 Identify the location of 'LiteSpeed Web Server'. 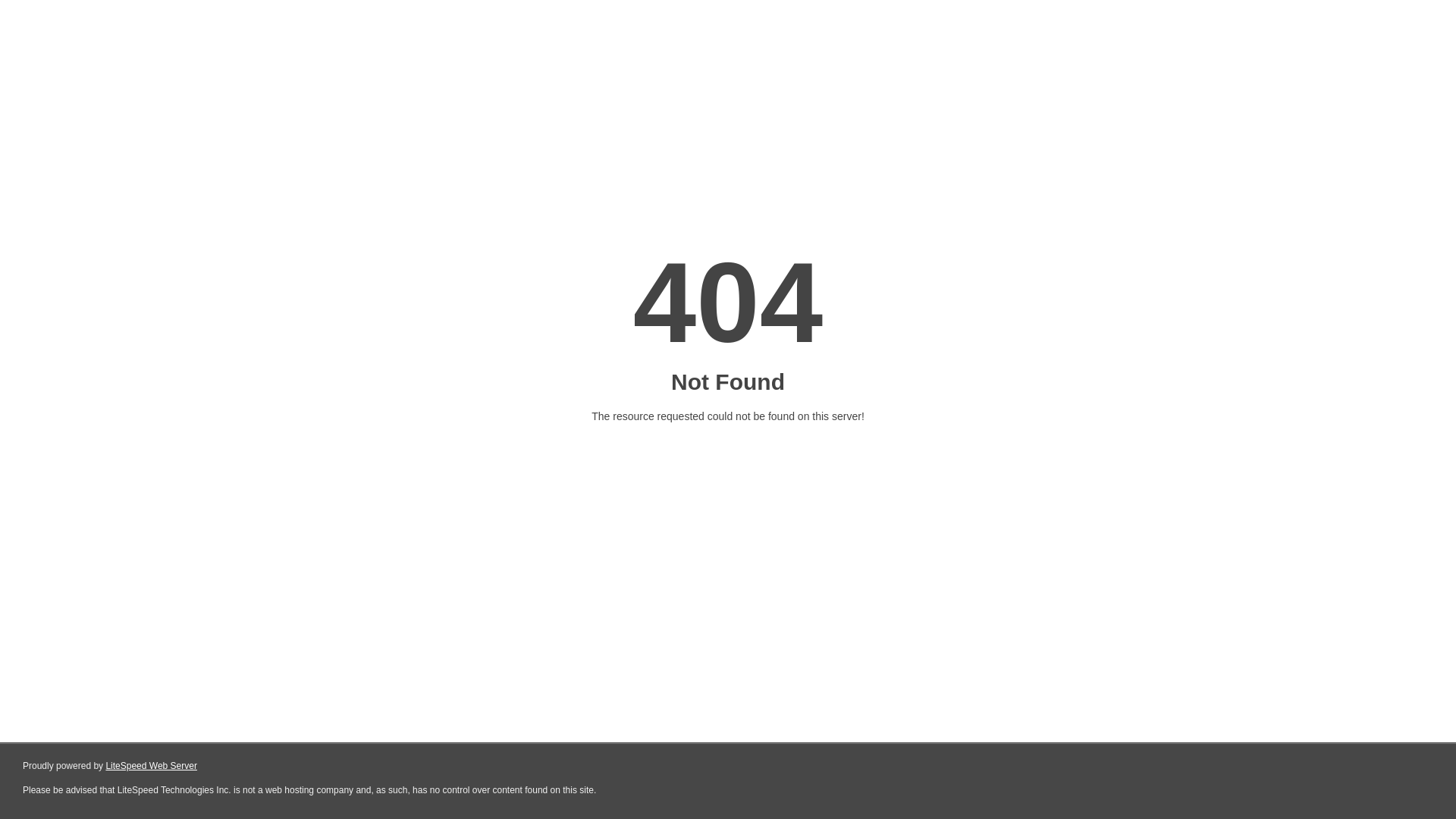
(151, 766).